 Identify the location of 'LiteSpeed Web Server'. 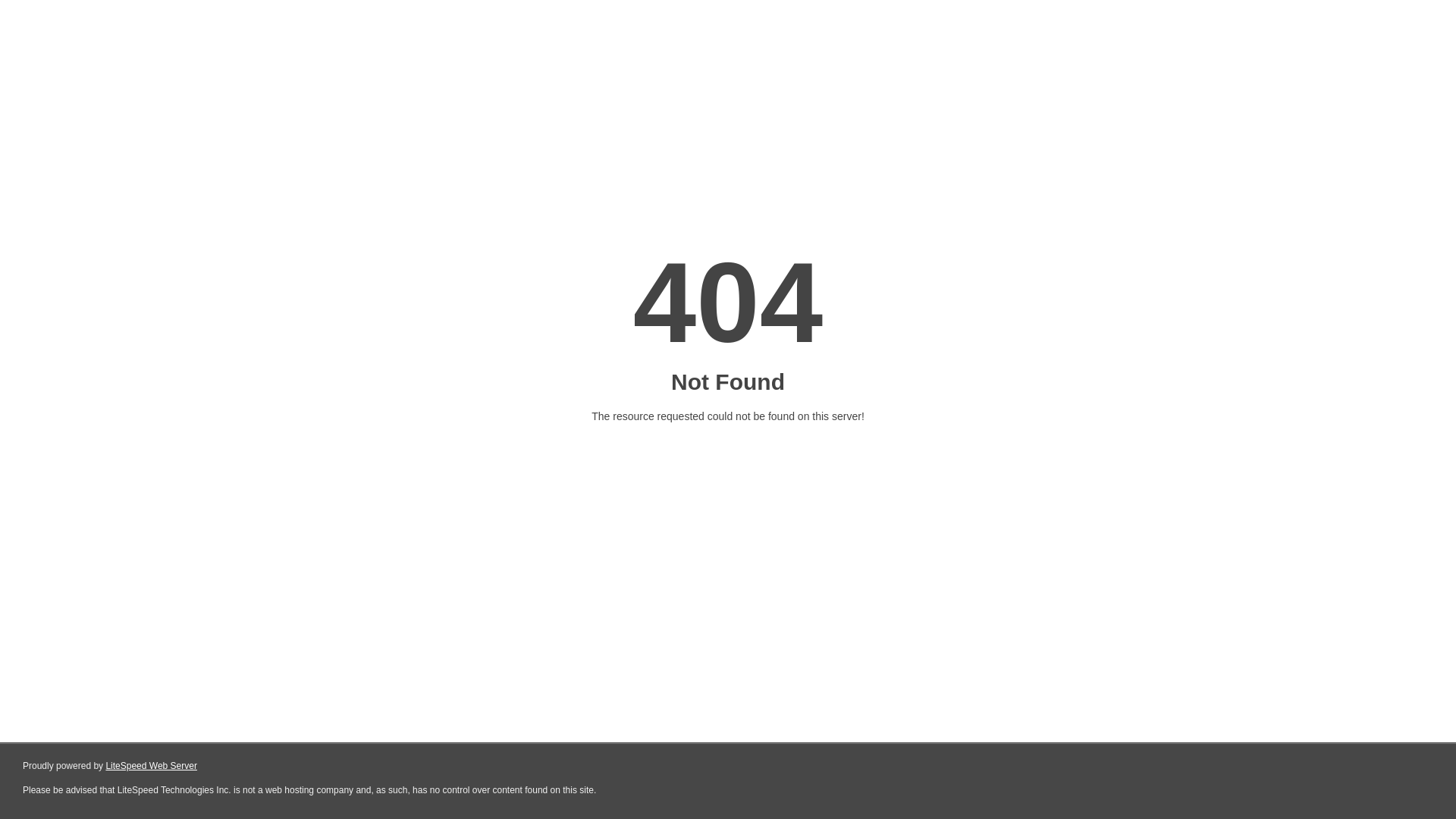
(151, 766).